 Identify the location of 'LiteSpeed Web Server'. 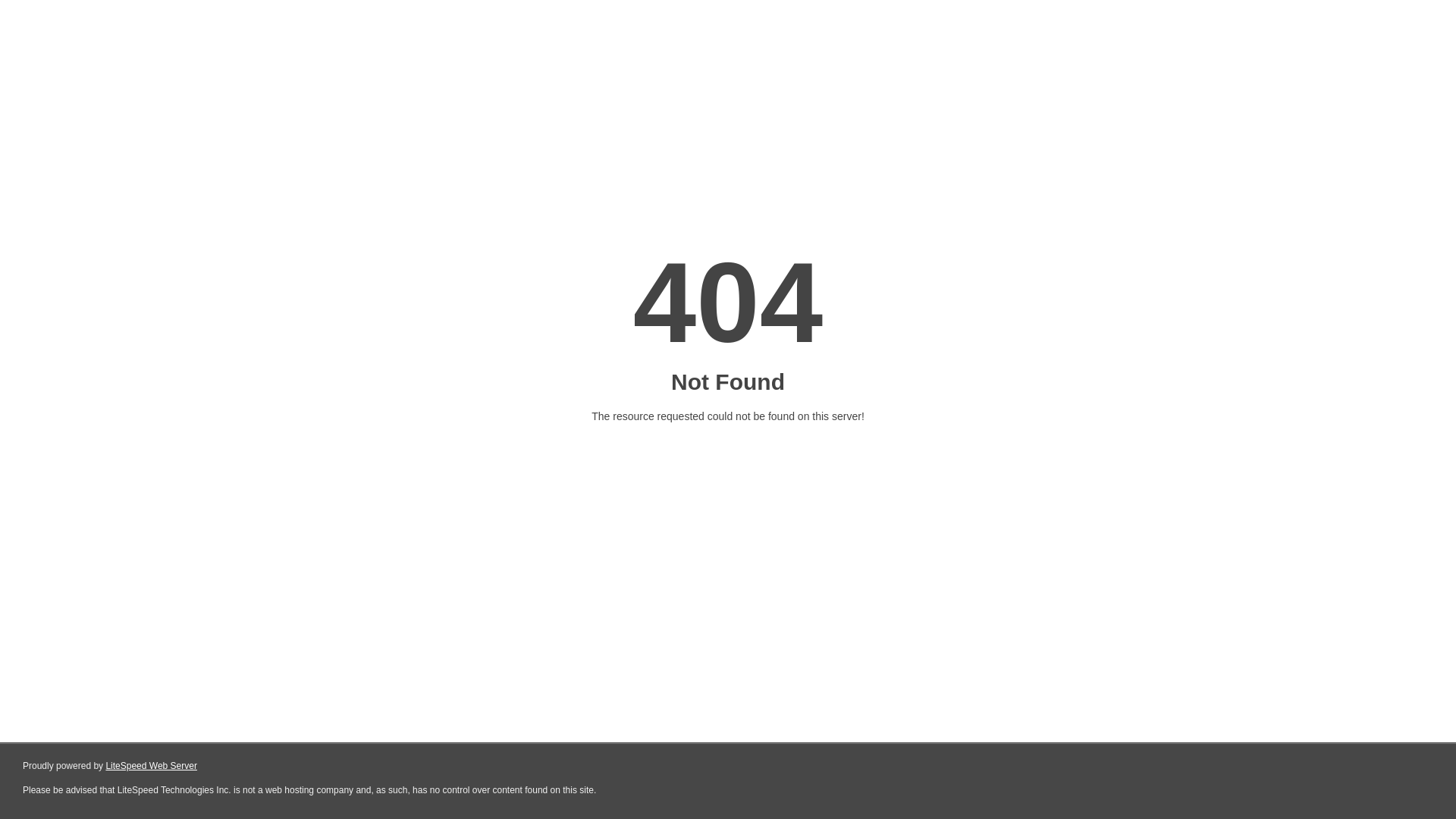
(151, 766).